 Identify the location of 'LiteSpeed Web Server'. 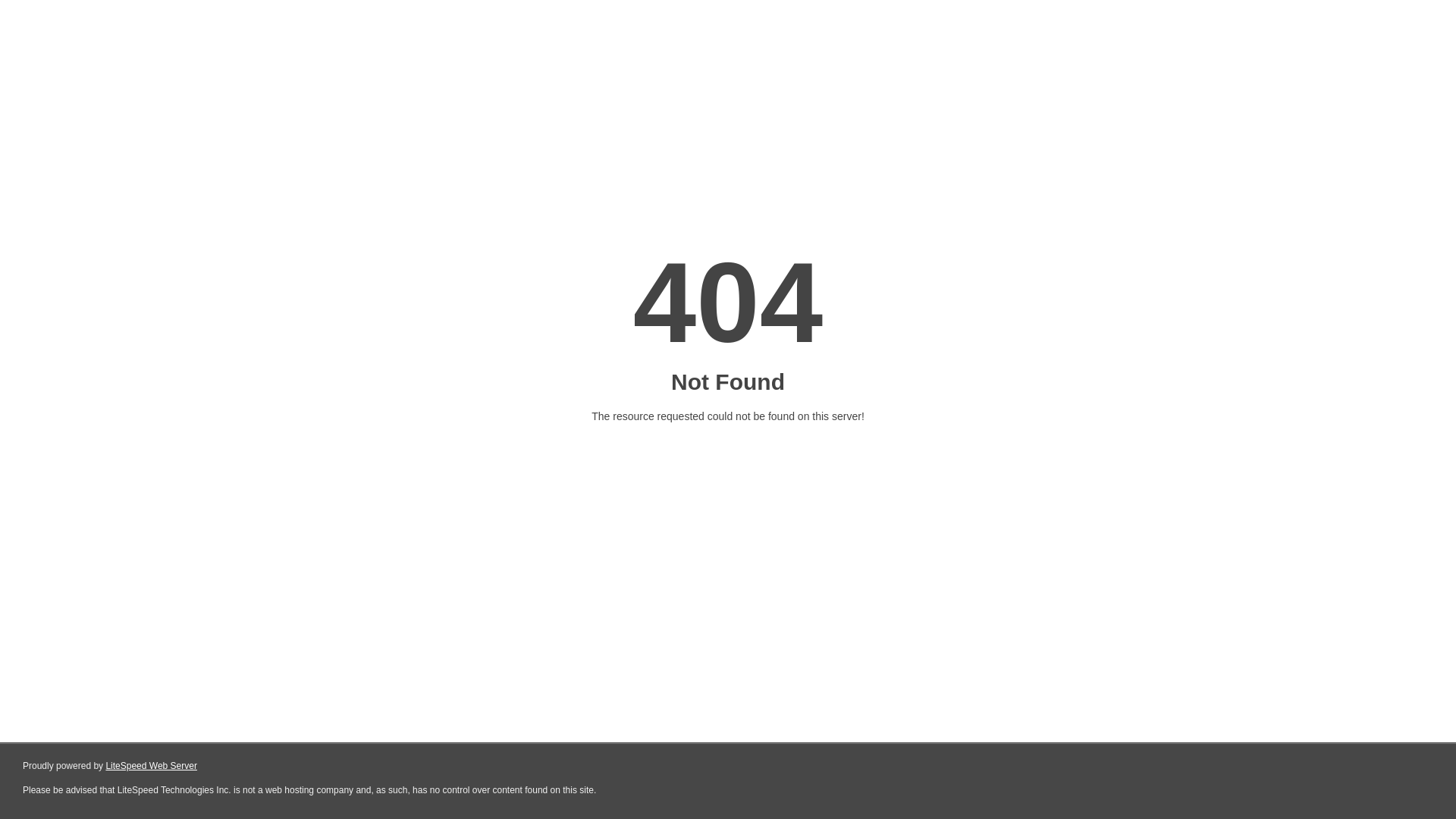
(151, 766).